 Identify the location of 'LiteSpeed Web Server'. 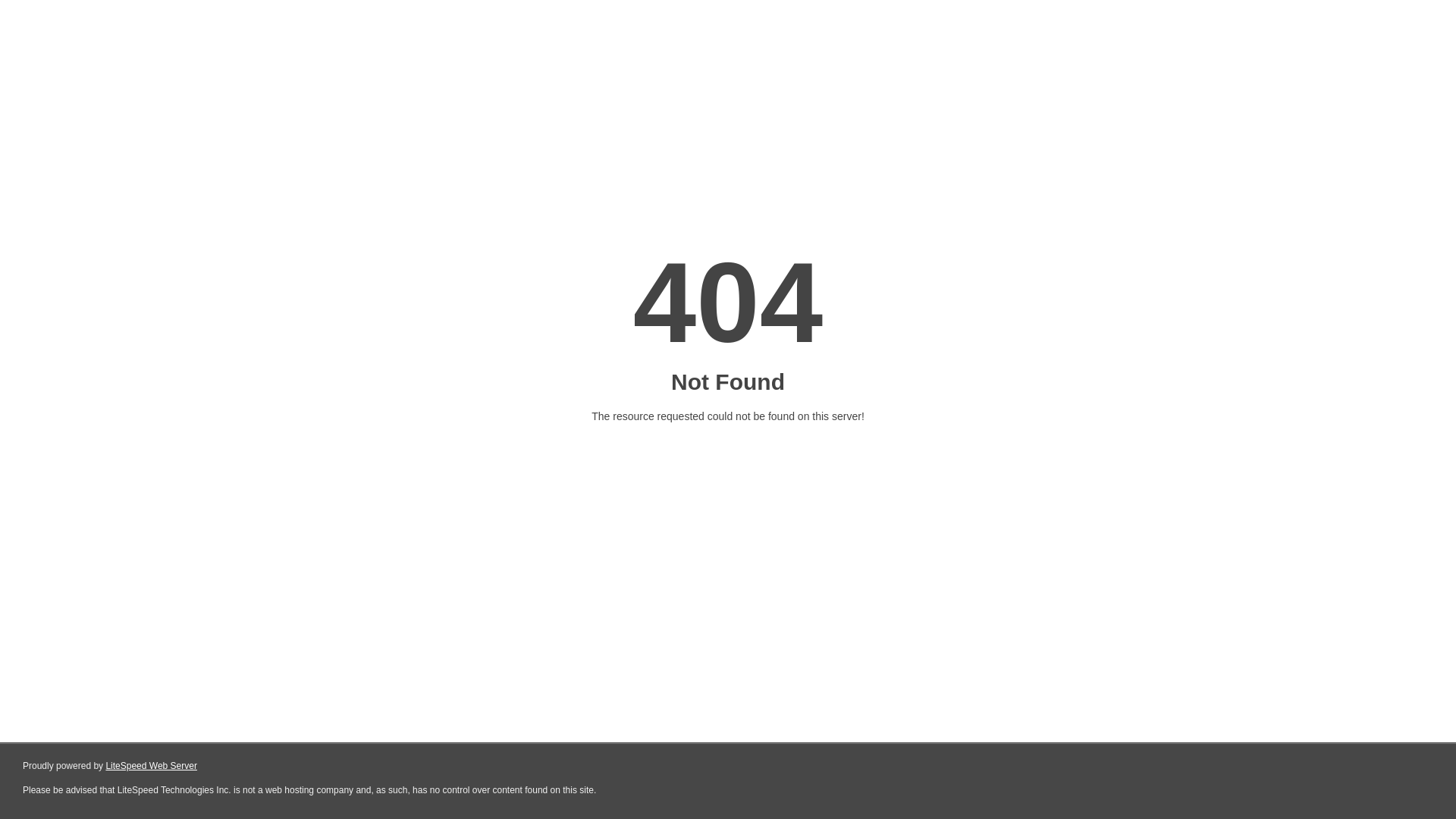
(151, 766).